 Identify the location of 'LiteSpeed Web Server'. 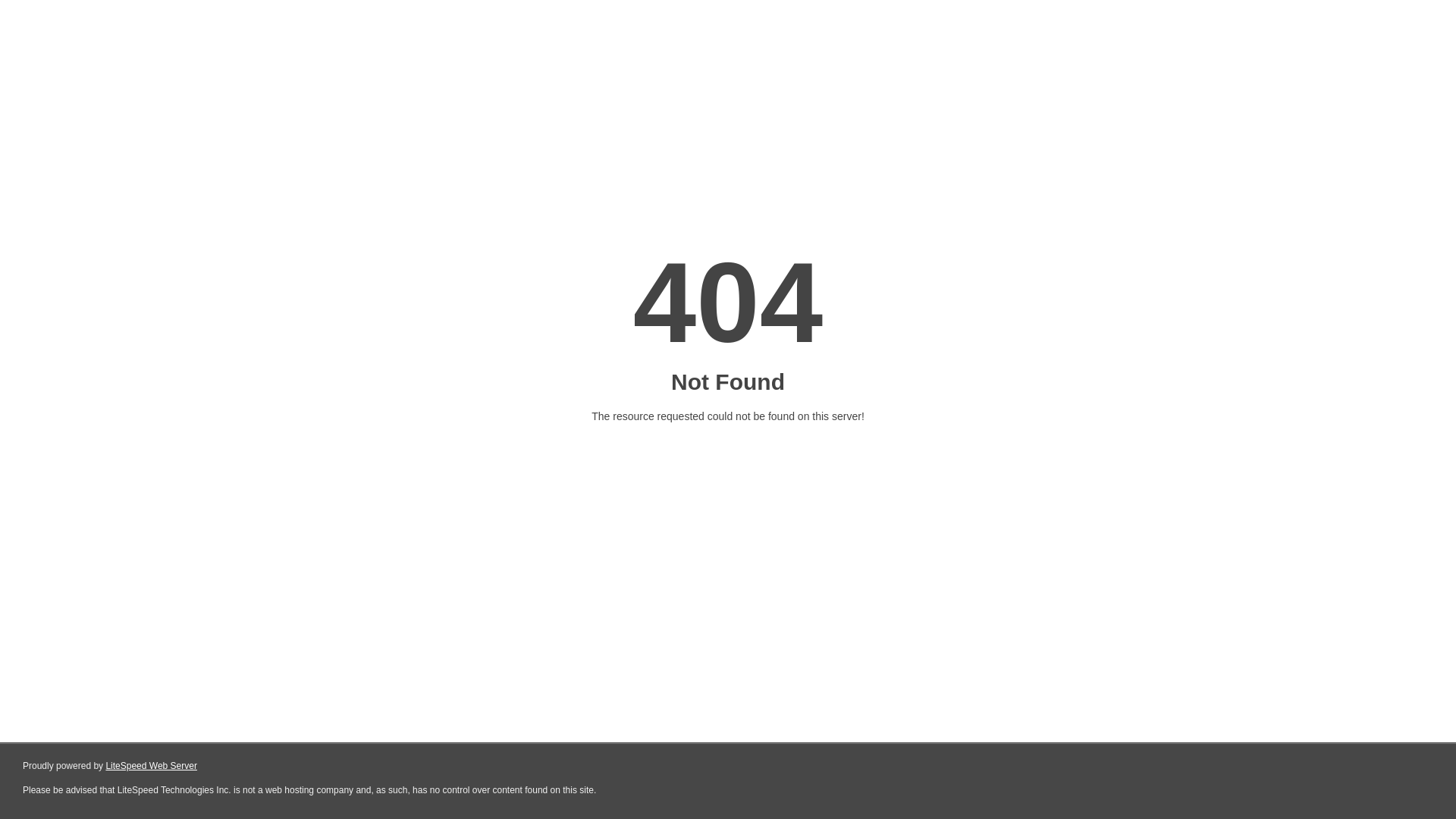
(151, 766).